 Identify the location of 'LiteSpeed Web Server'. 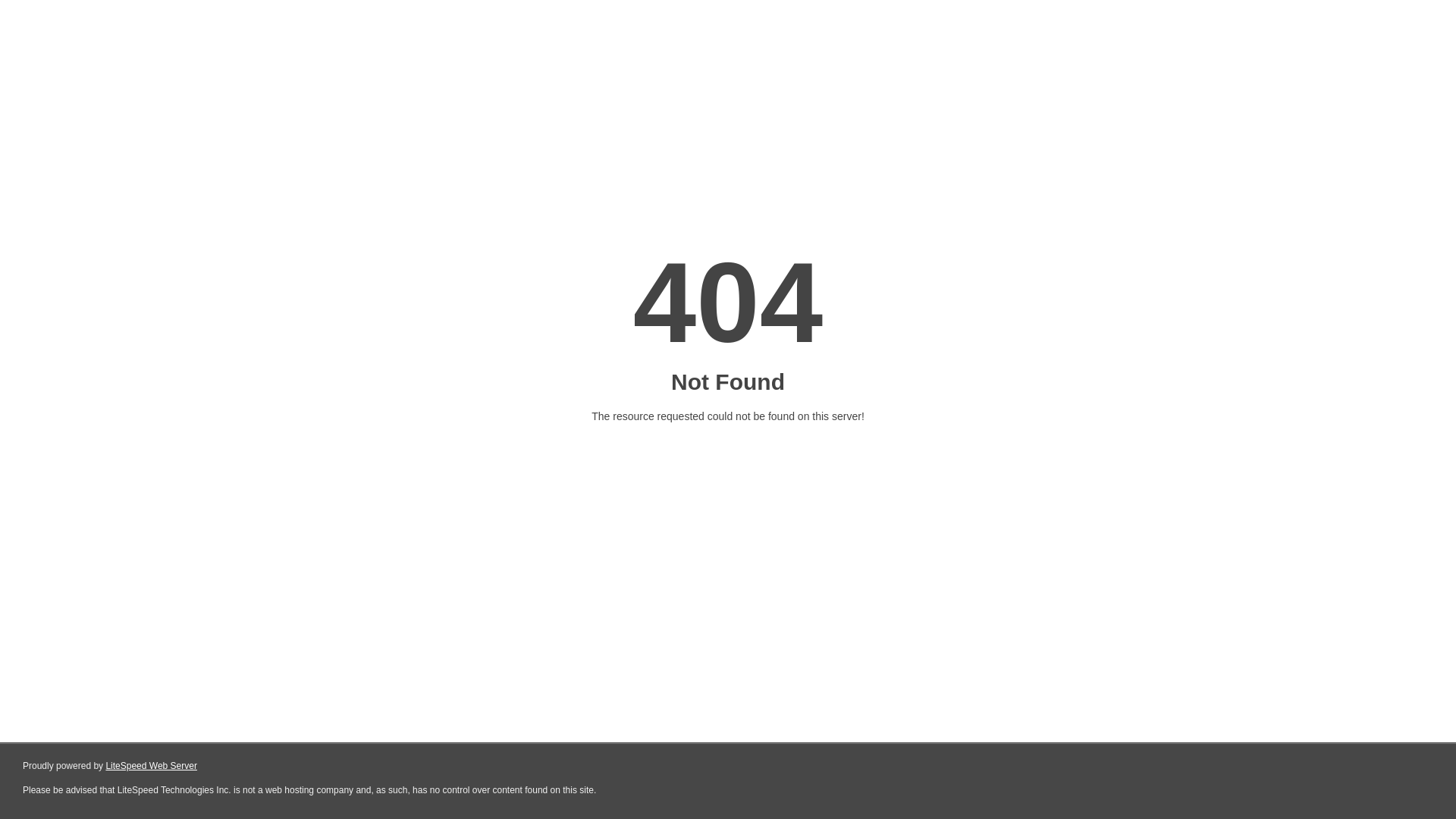
(151, 766).